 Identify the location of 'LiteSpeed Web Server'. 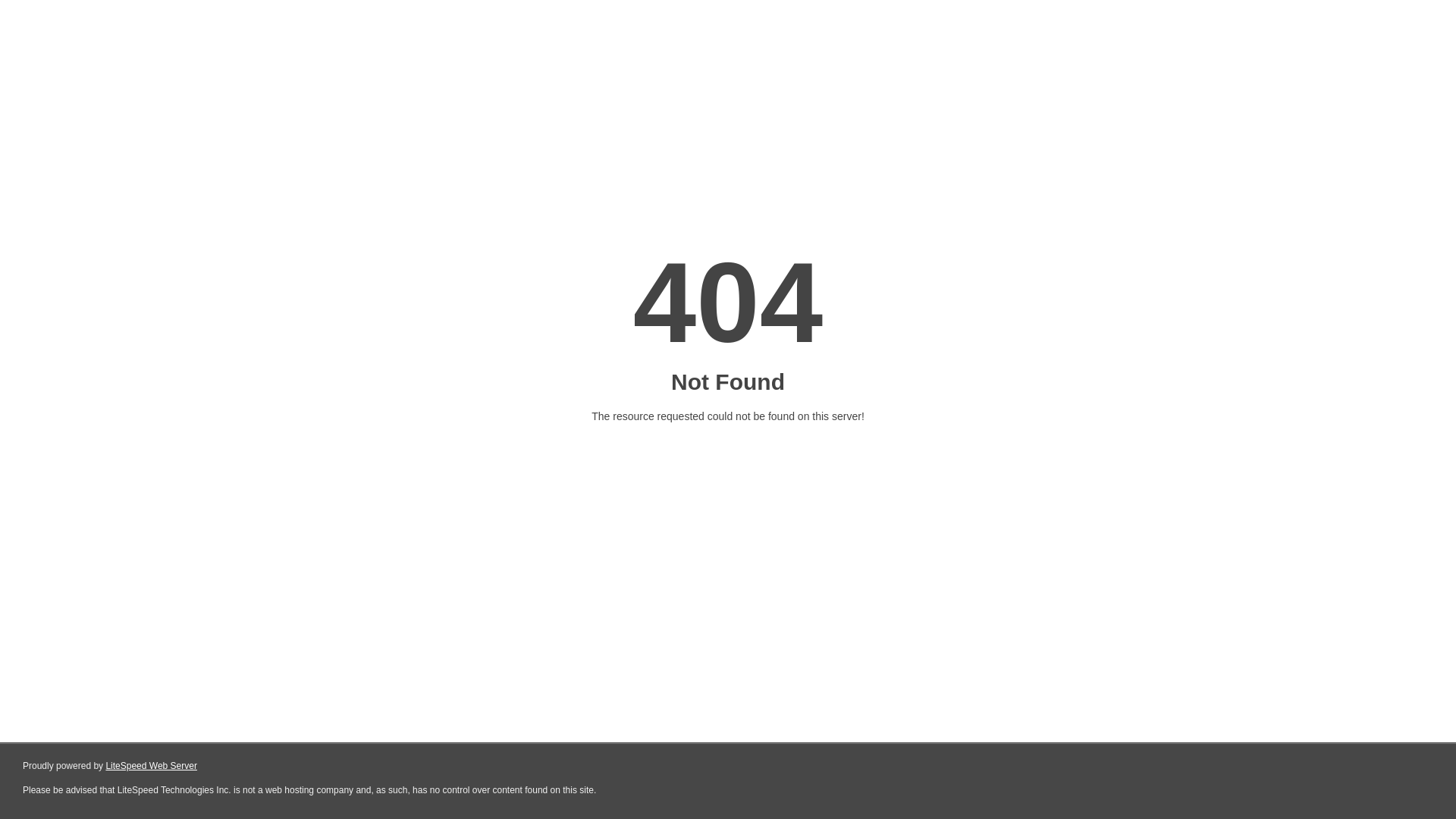
(151, 766).